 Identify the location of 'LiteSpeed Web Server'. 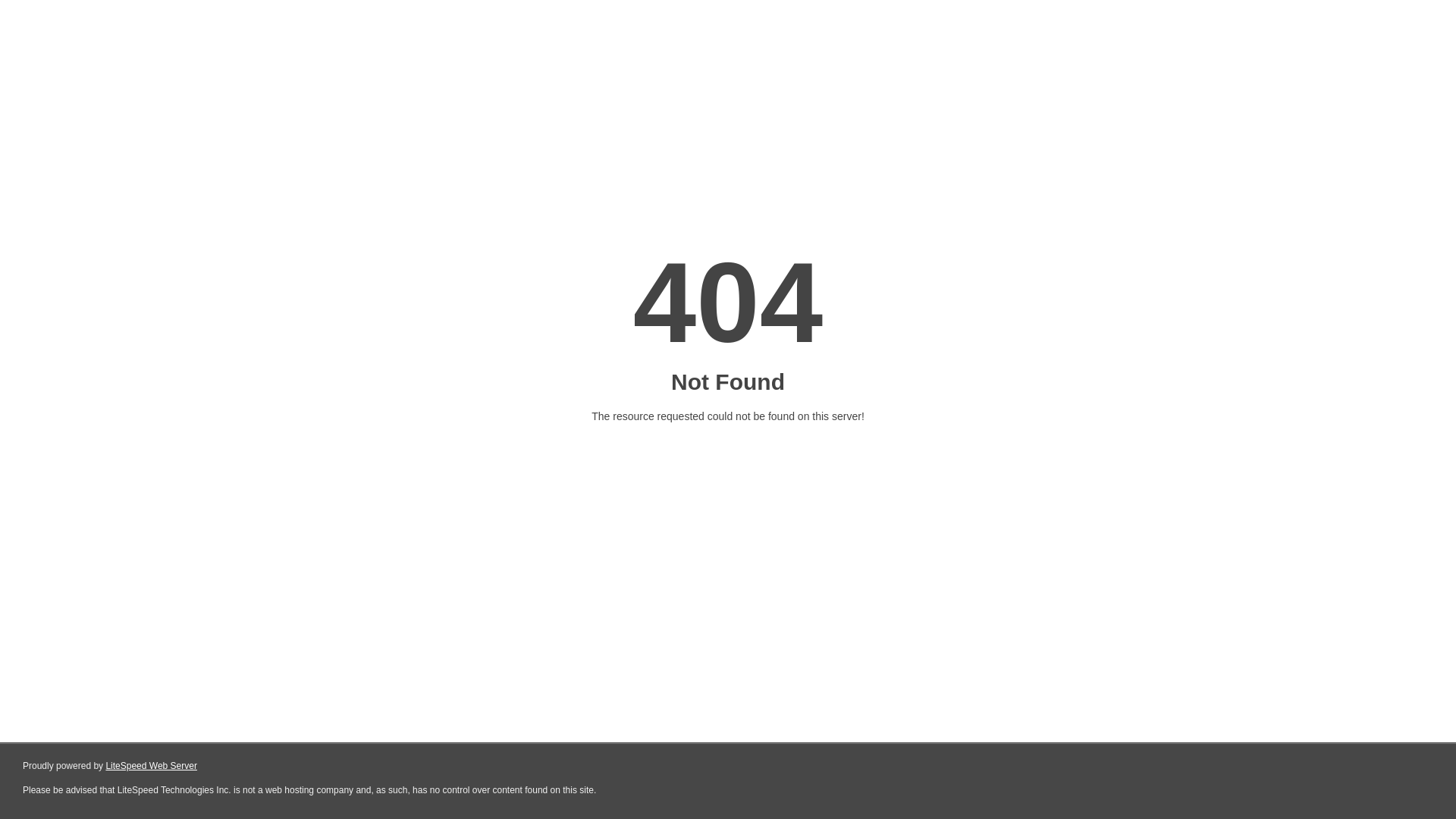
(151, 766).